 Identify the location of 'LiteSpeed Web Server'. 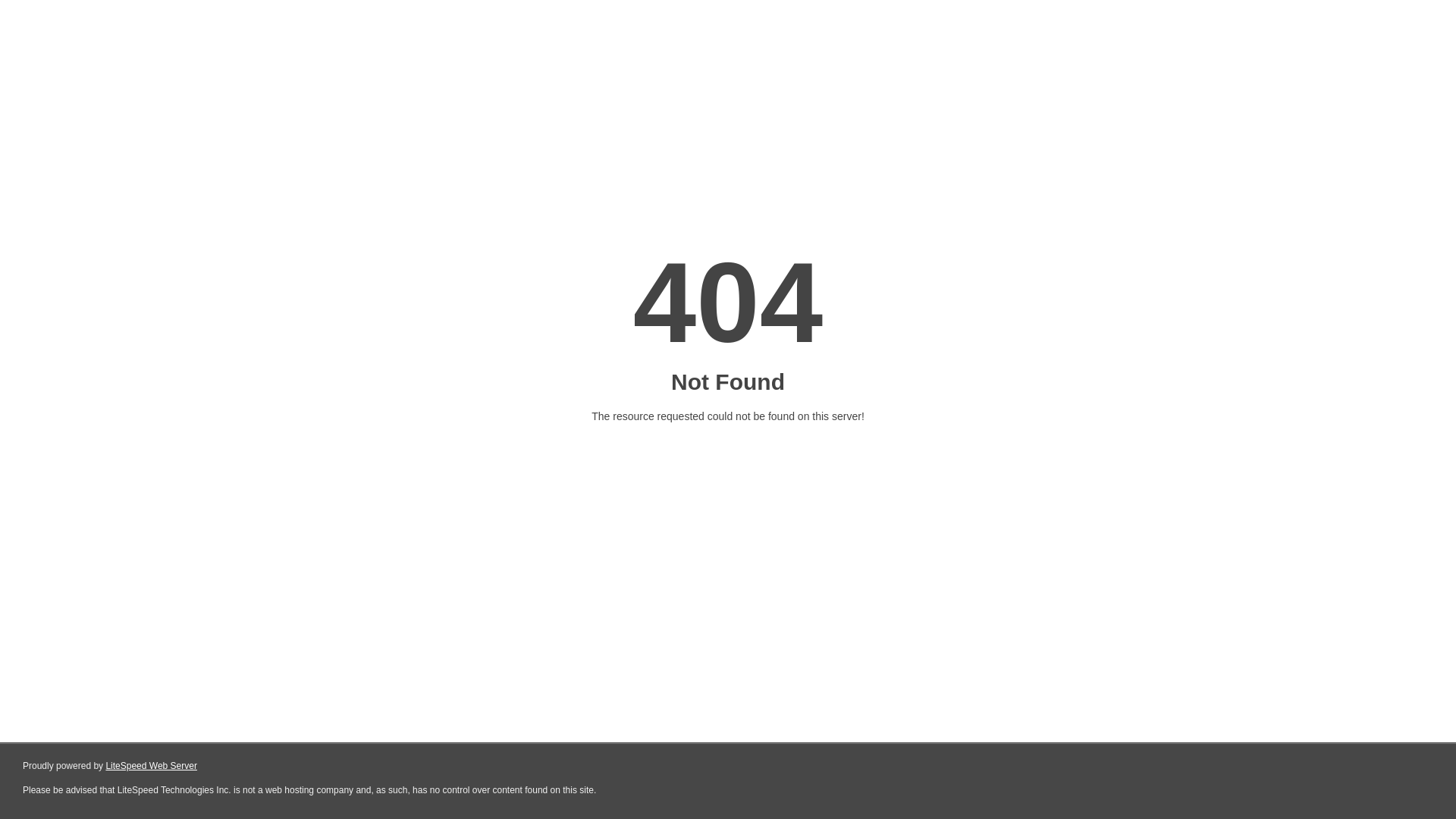
(151, 766).